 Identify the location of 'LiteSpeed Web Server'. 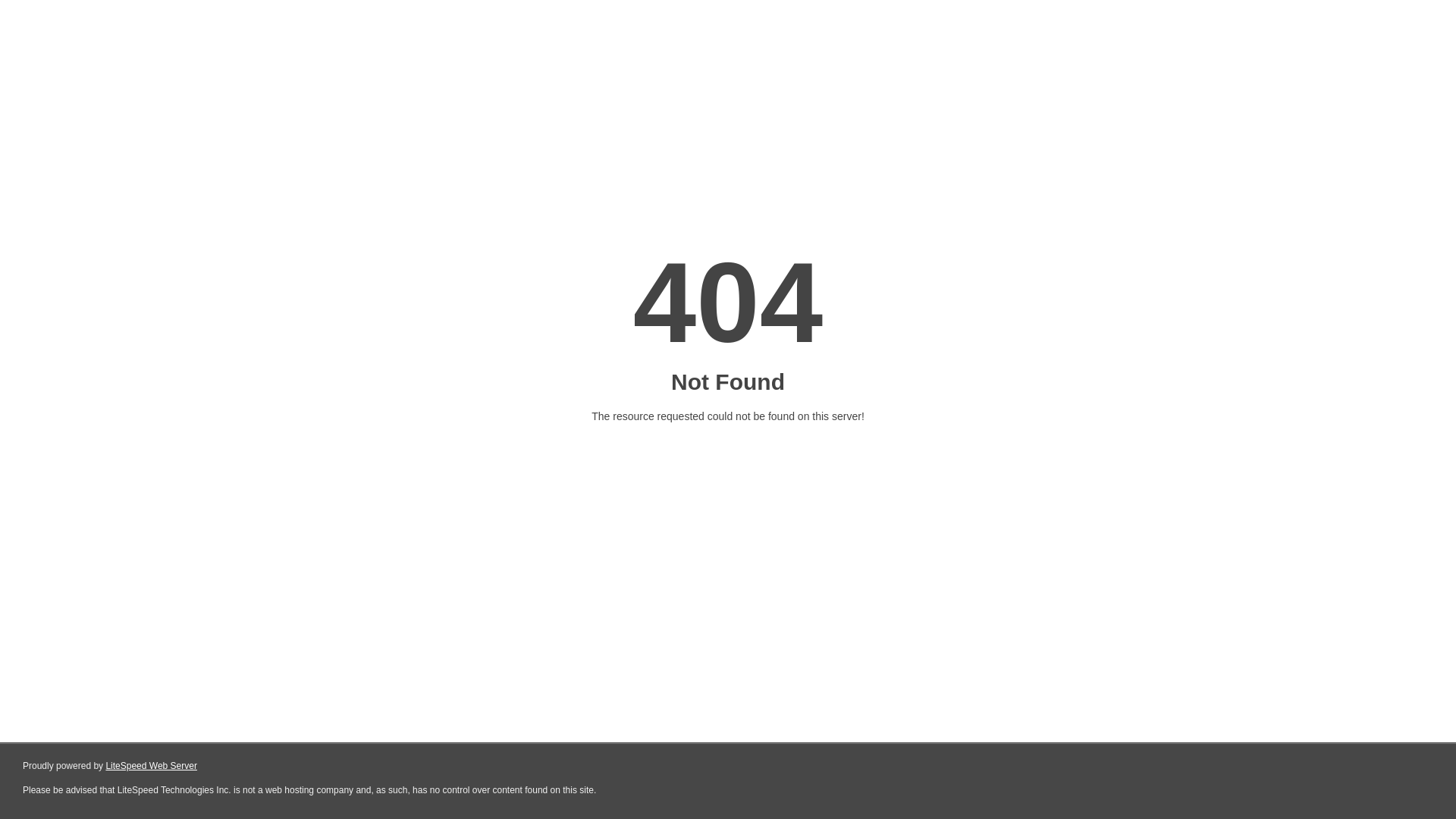
(151, 766).